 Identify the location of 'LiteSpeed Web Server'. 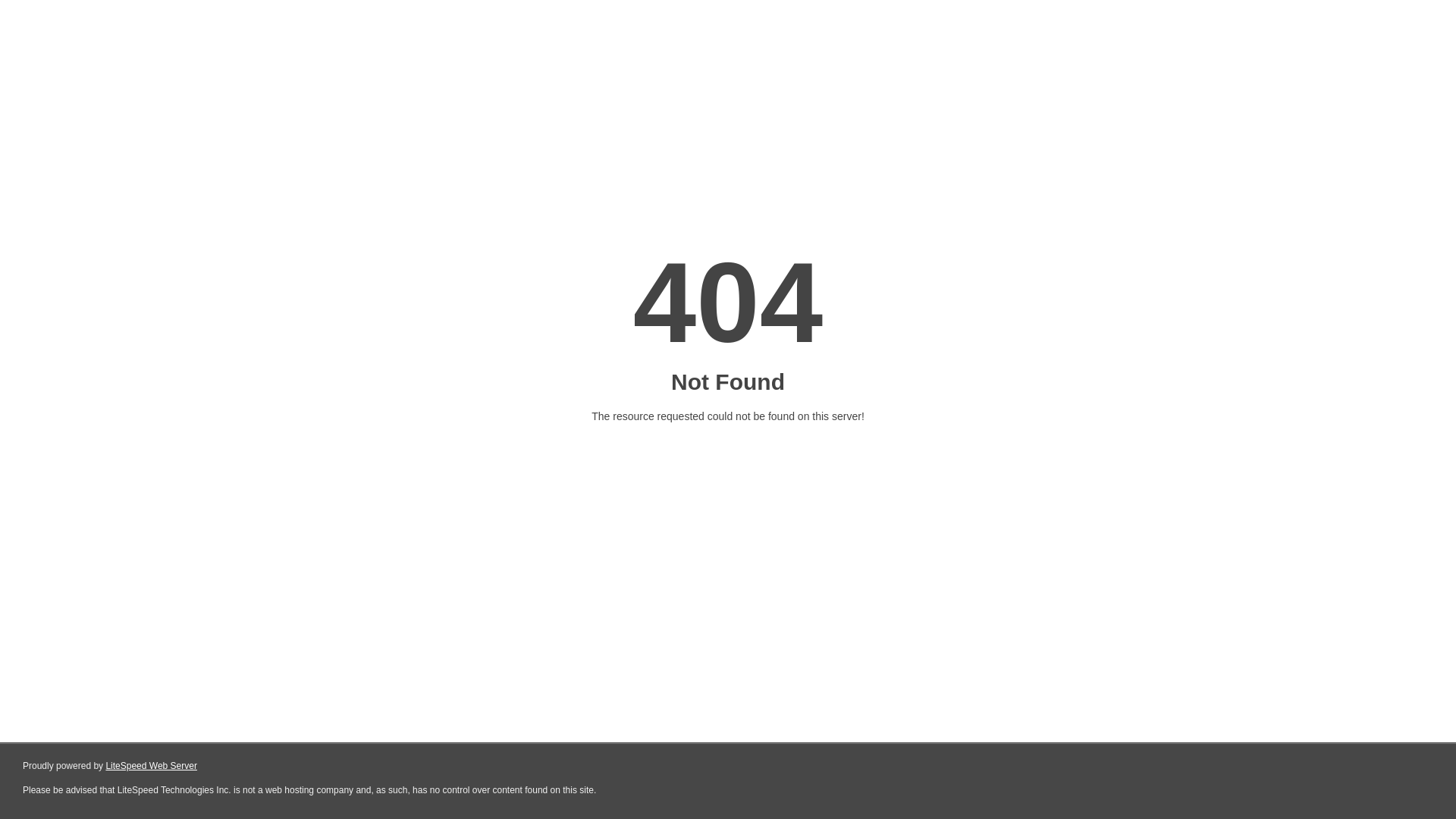
(151, 766).